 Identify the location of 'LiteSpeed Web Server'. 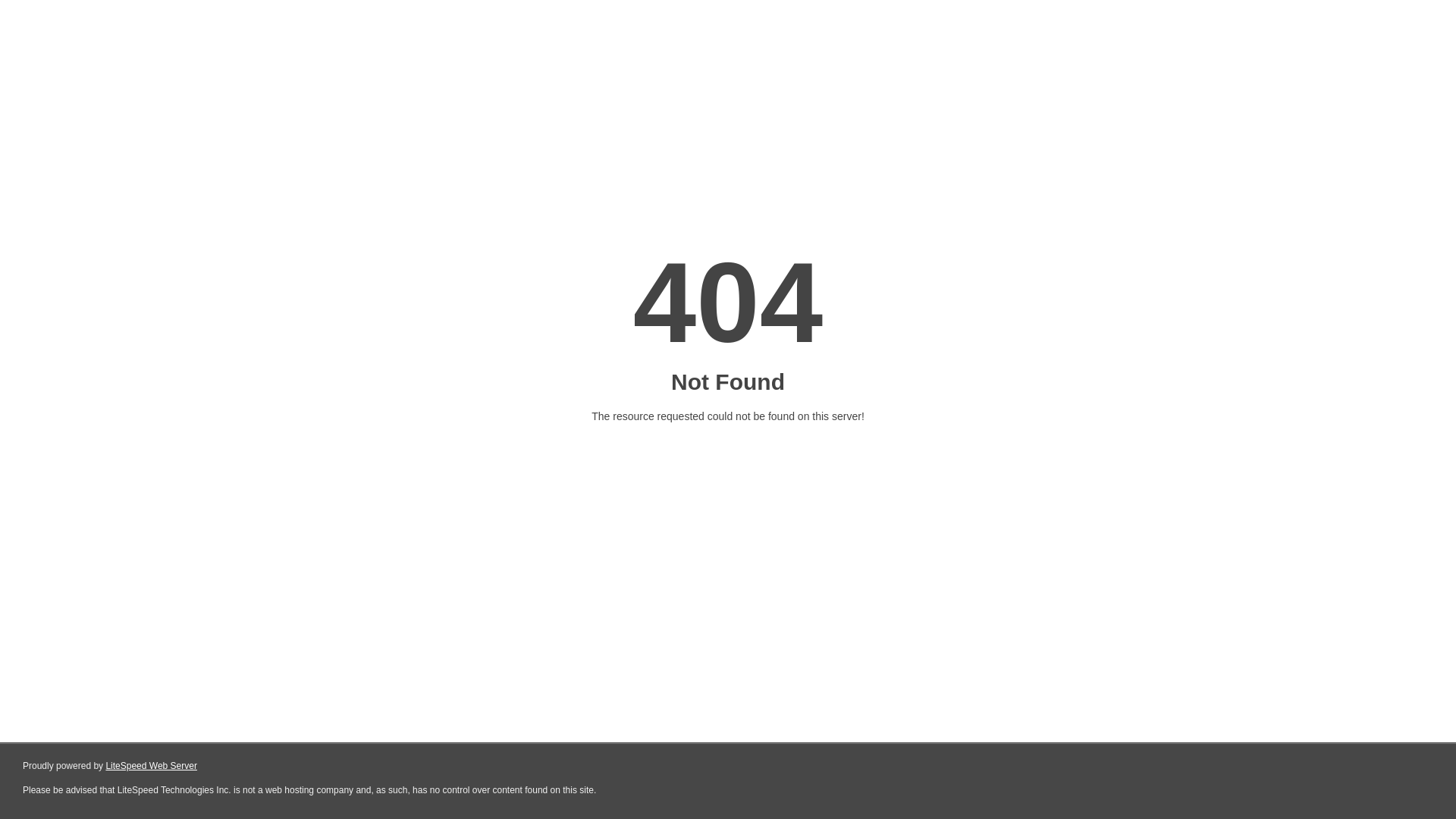
(151, 766).